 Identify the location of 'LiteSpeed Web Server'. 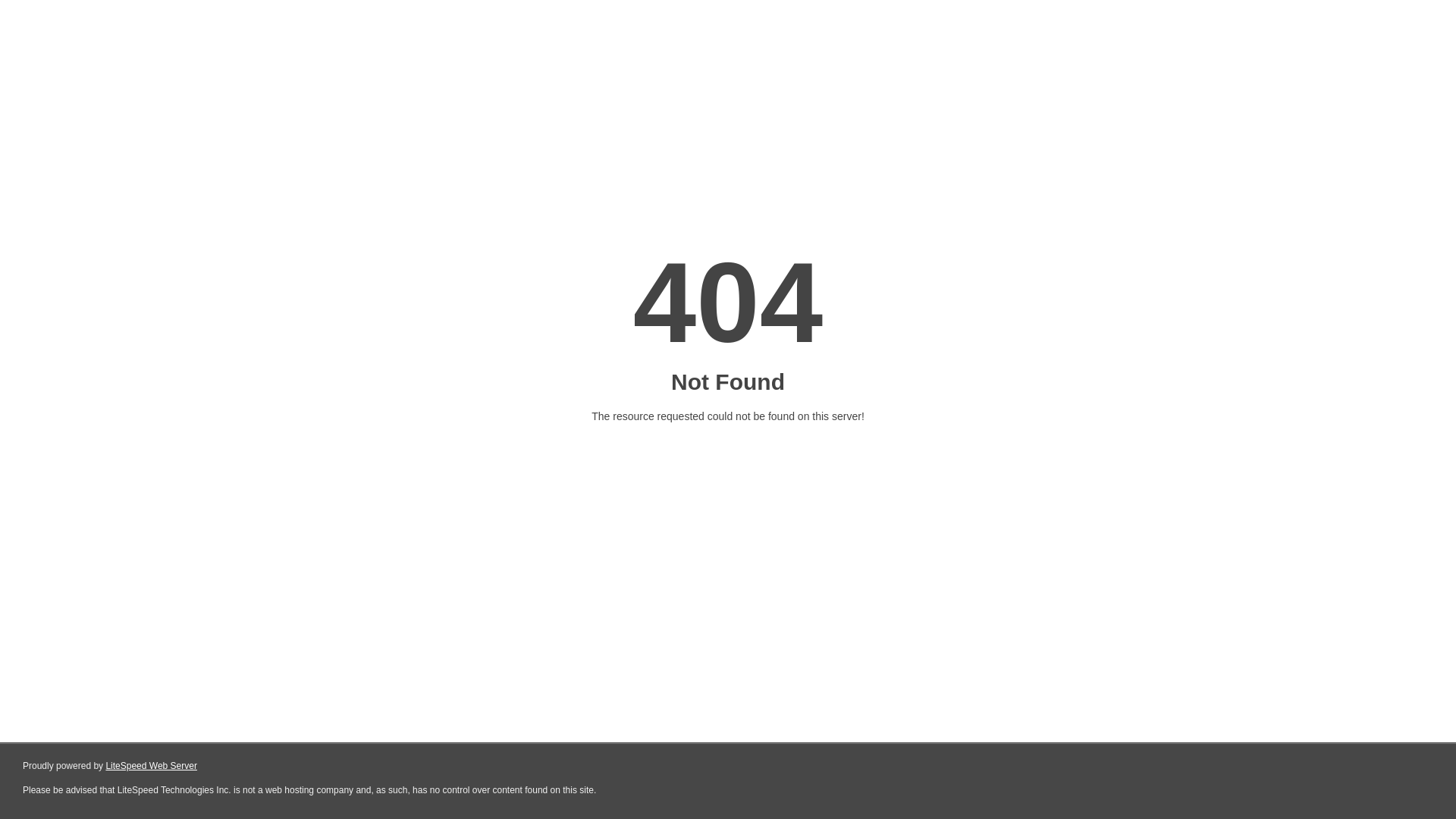
(151, 766).